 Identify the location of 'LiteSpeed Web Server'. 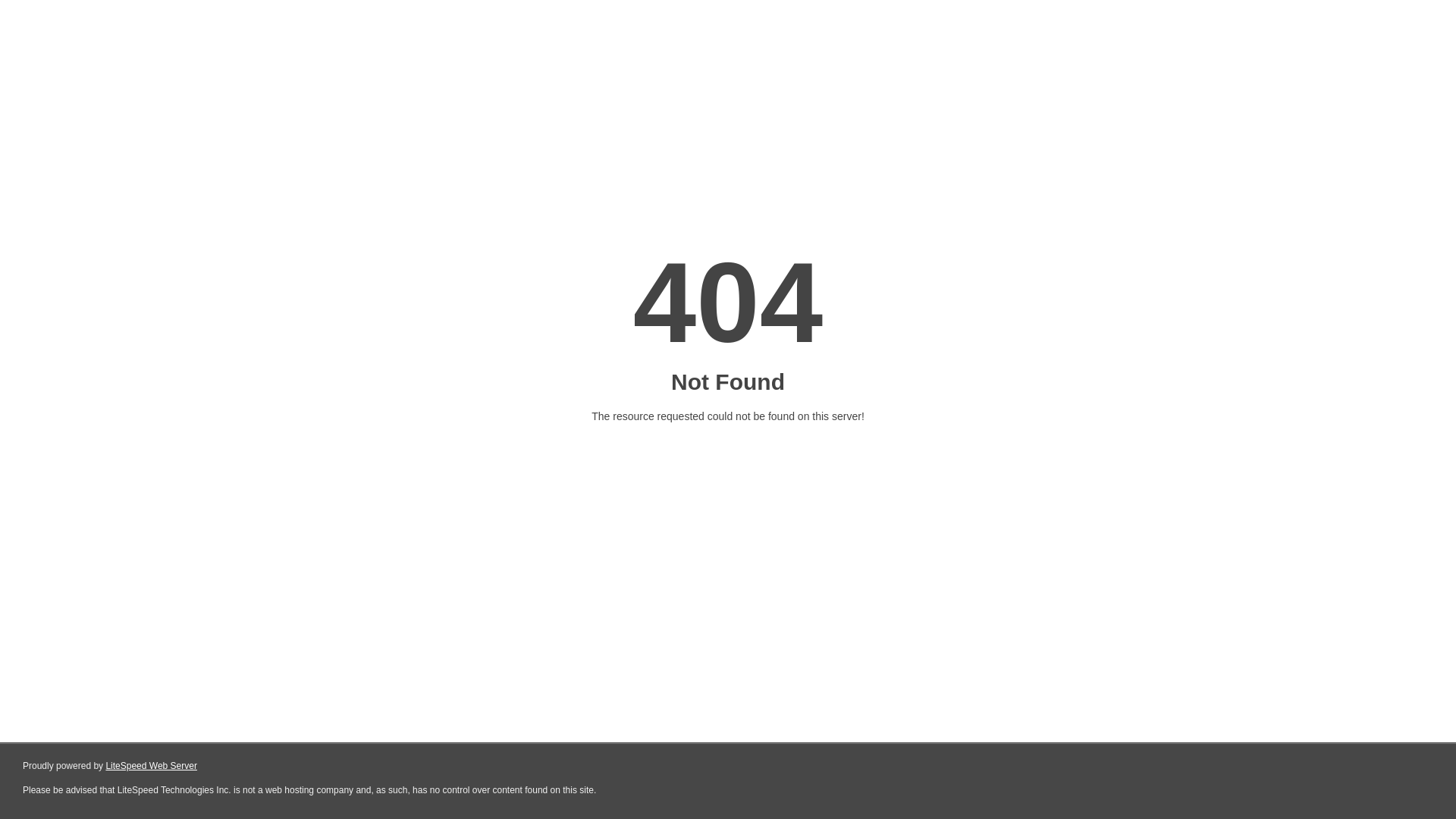
(151, 766).